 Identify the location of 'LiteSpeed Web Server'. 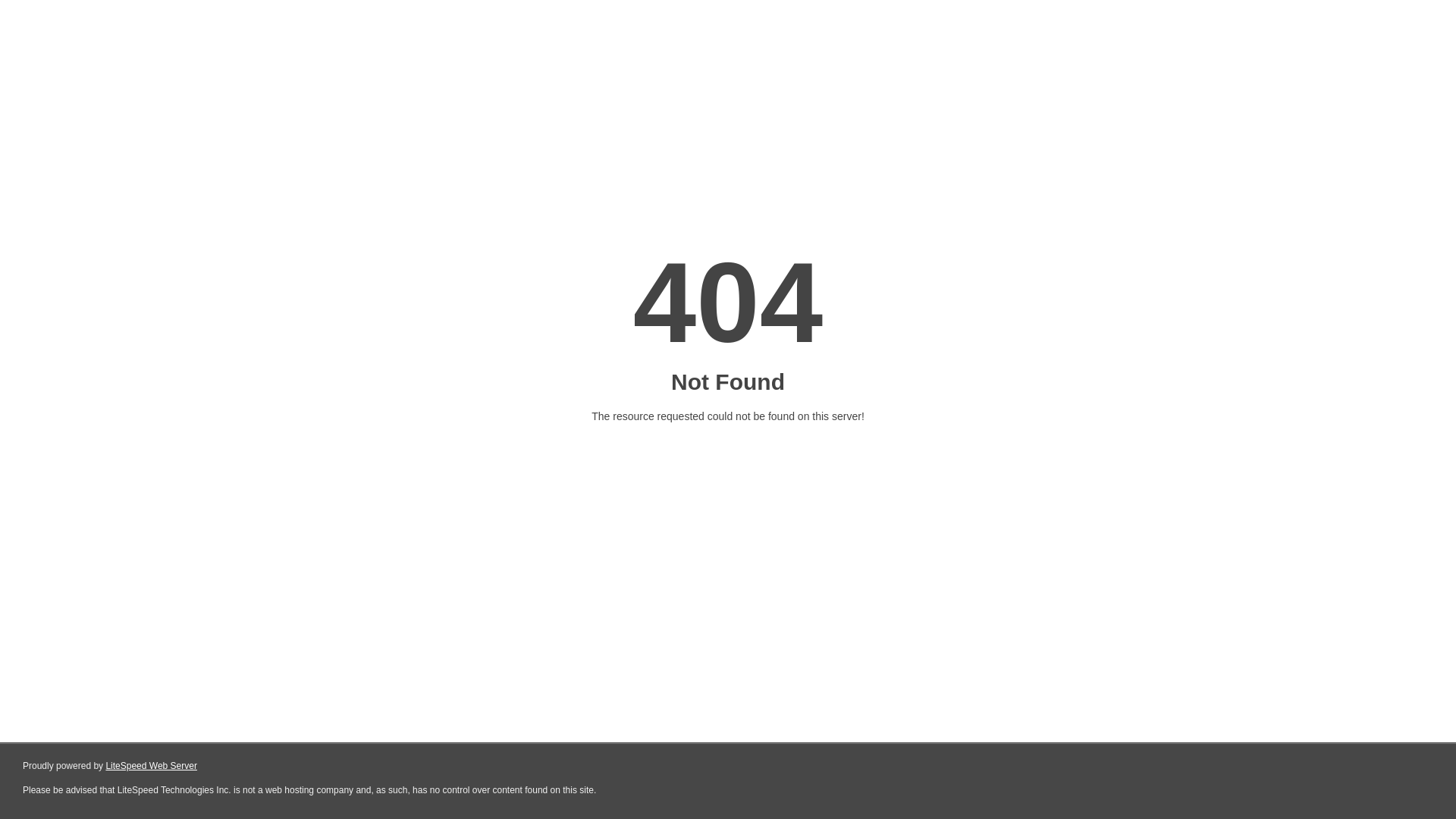
(151, 766).